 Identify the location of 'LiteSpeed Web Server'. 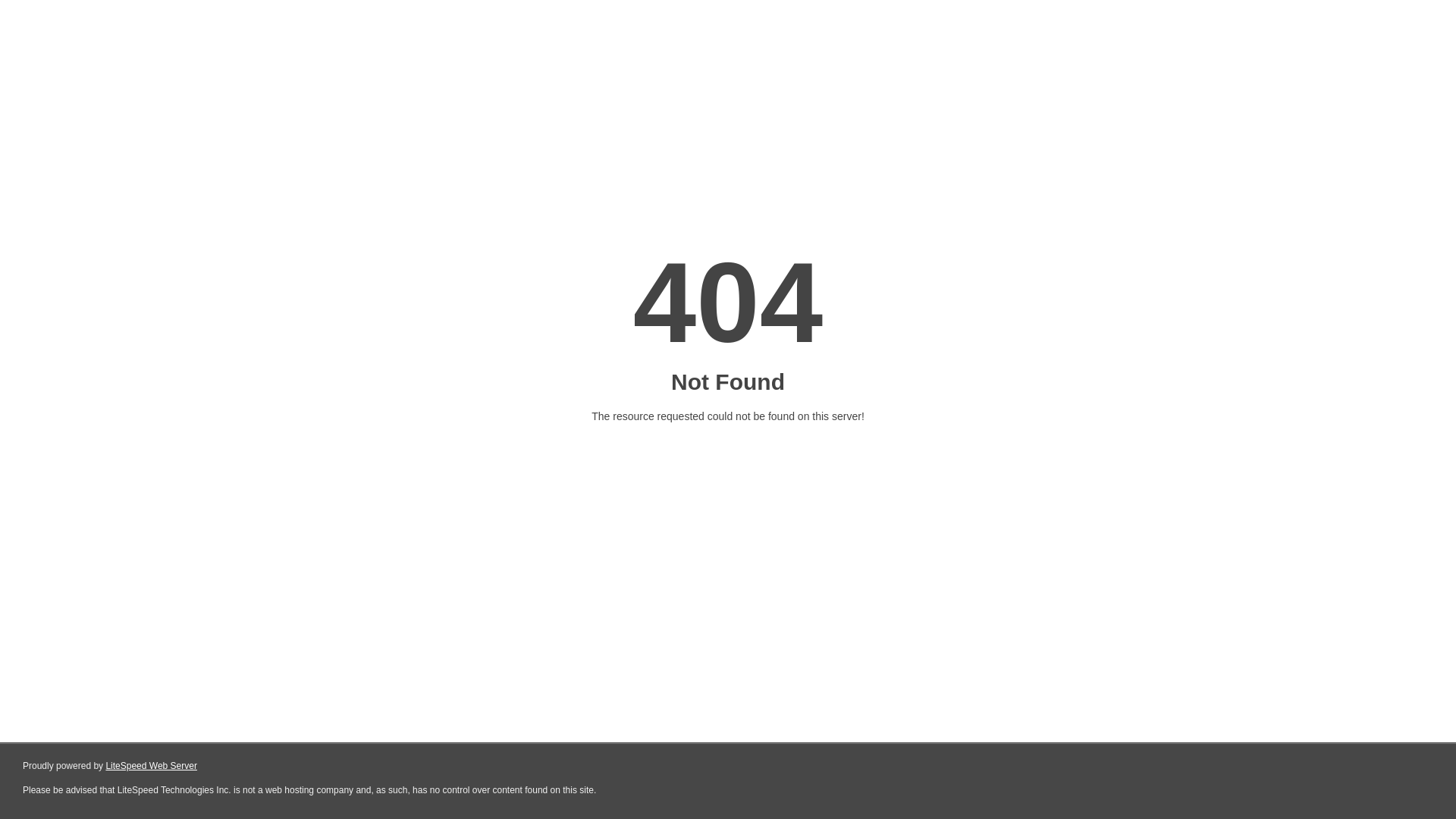
(151, 766).